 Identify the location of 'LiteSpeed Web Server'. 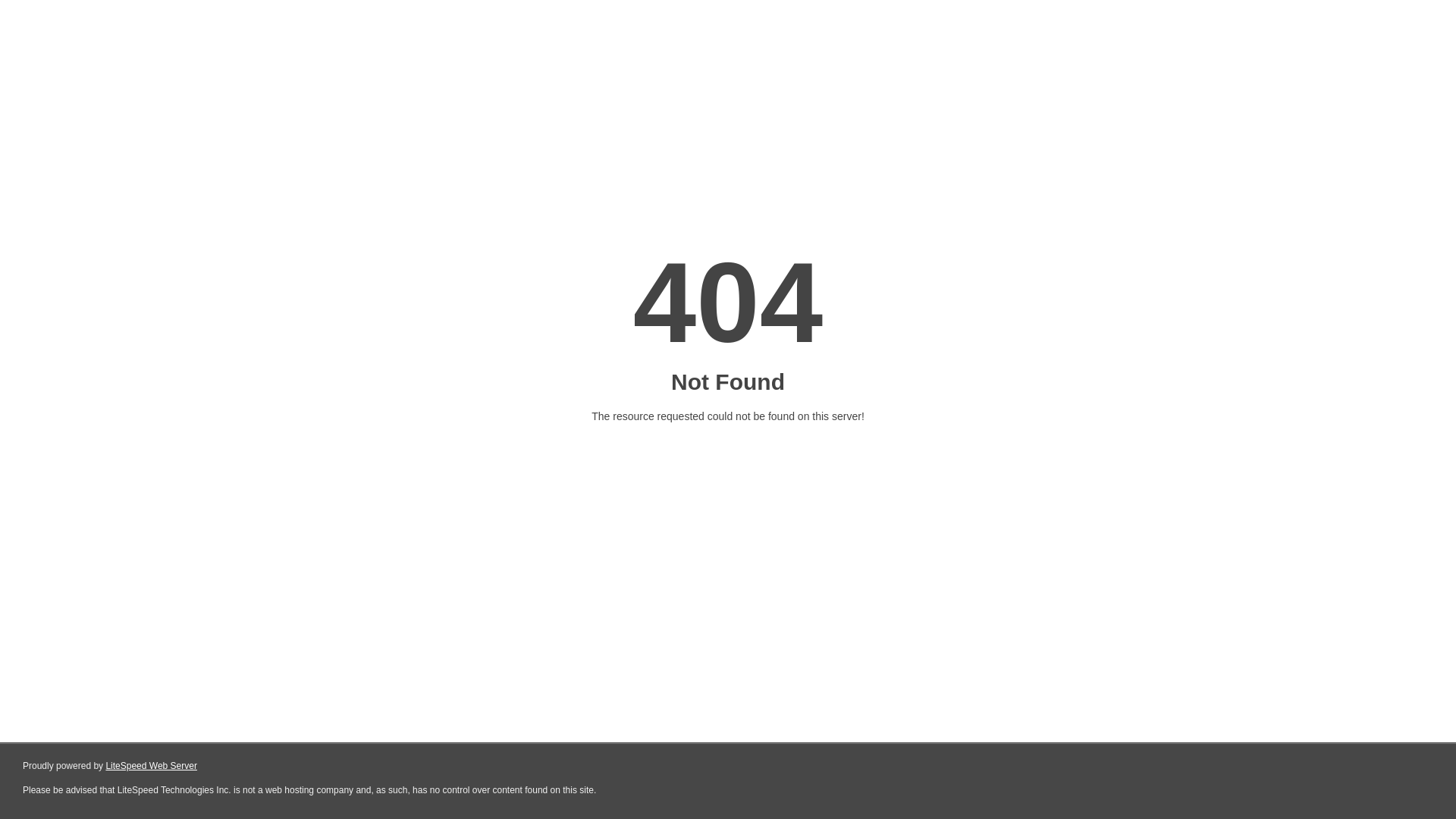
(151, 766).